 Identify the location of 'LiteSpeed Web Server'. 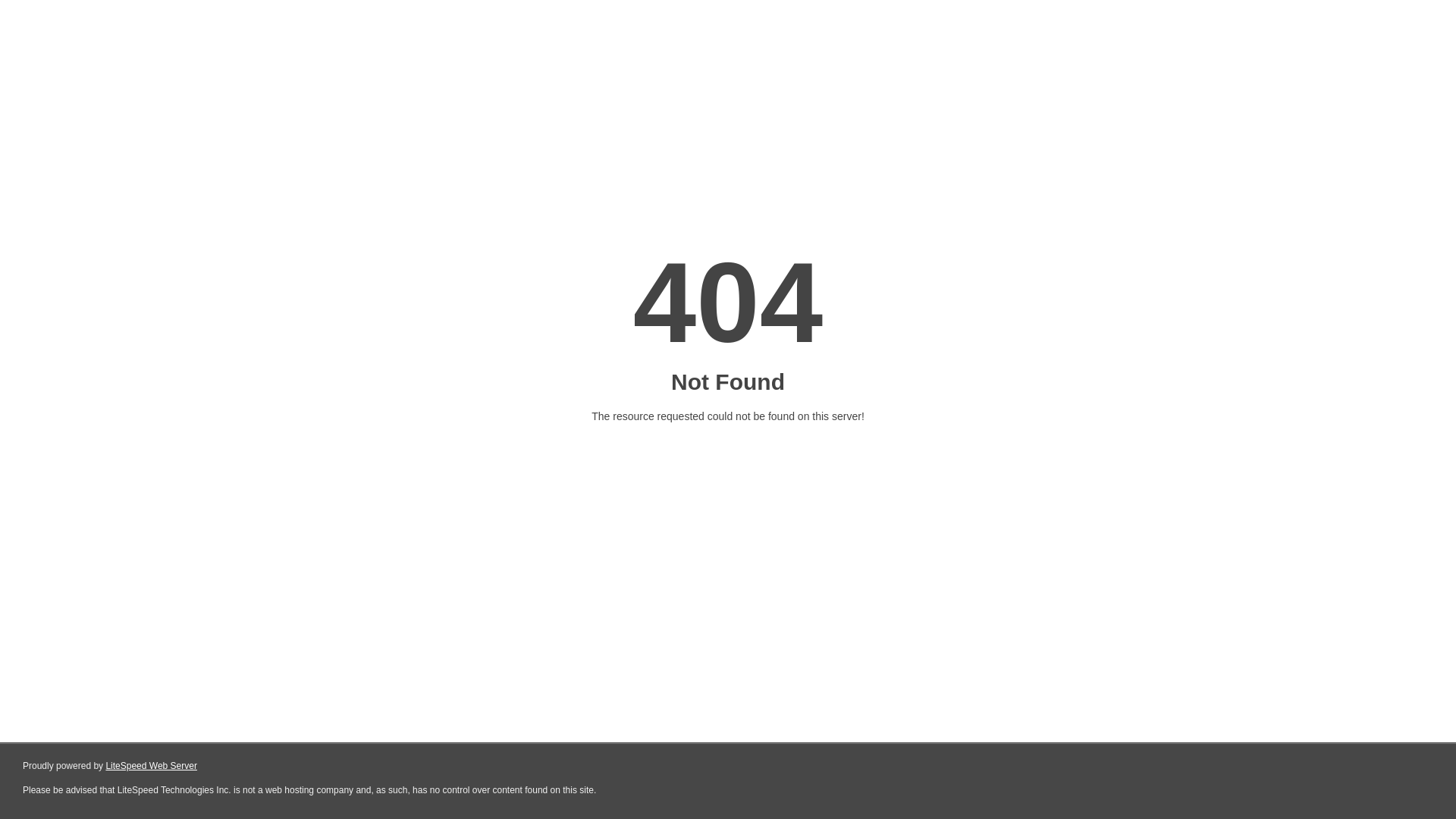
(151, 766).